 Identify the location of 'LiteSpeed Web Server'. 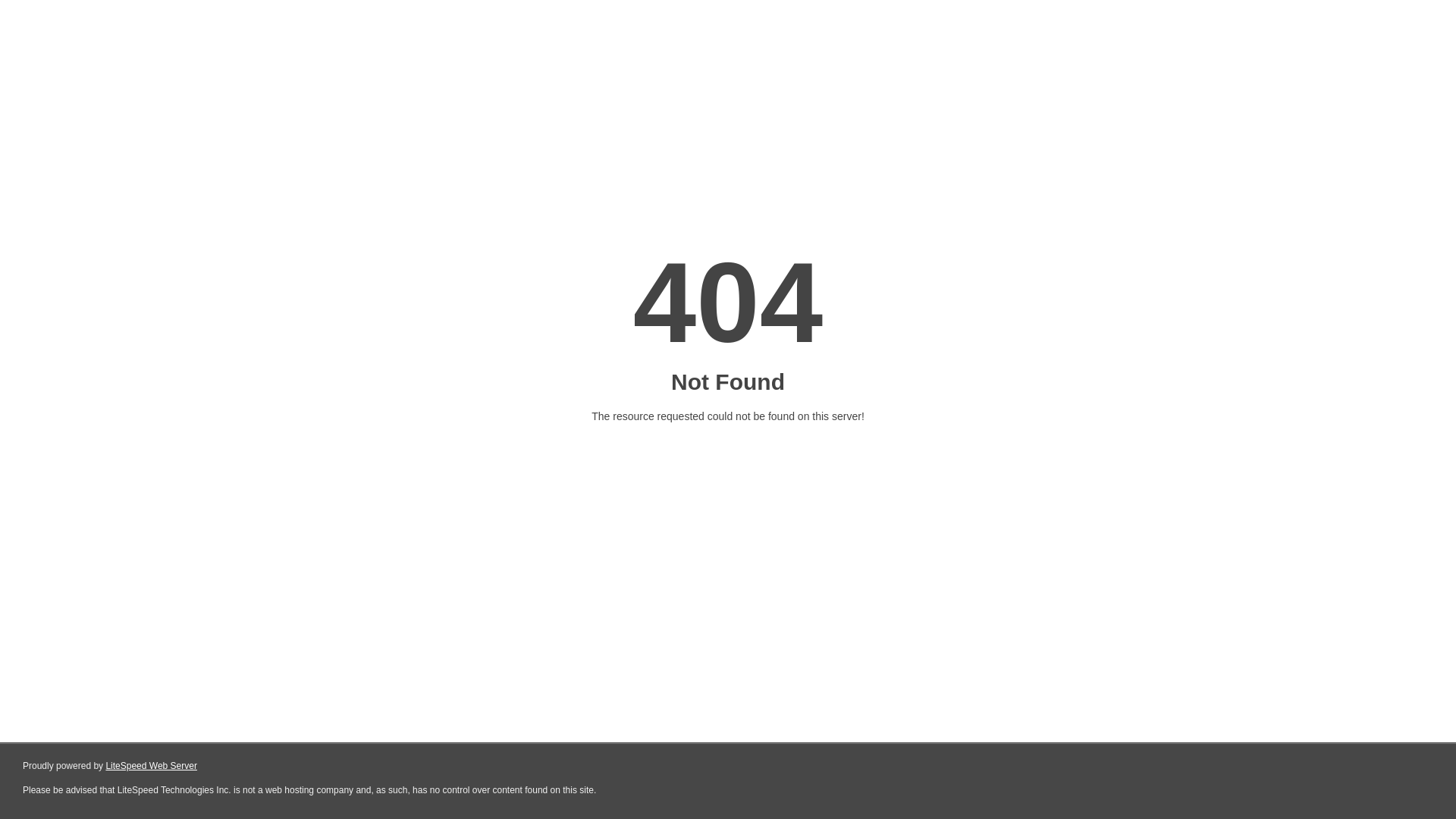
(151, 766).